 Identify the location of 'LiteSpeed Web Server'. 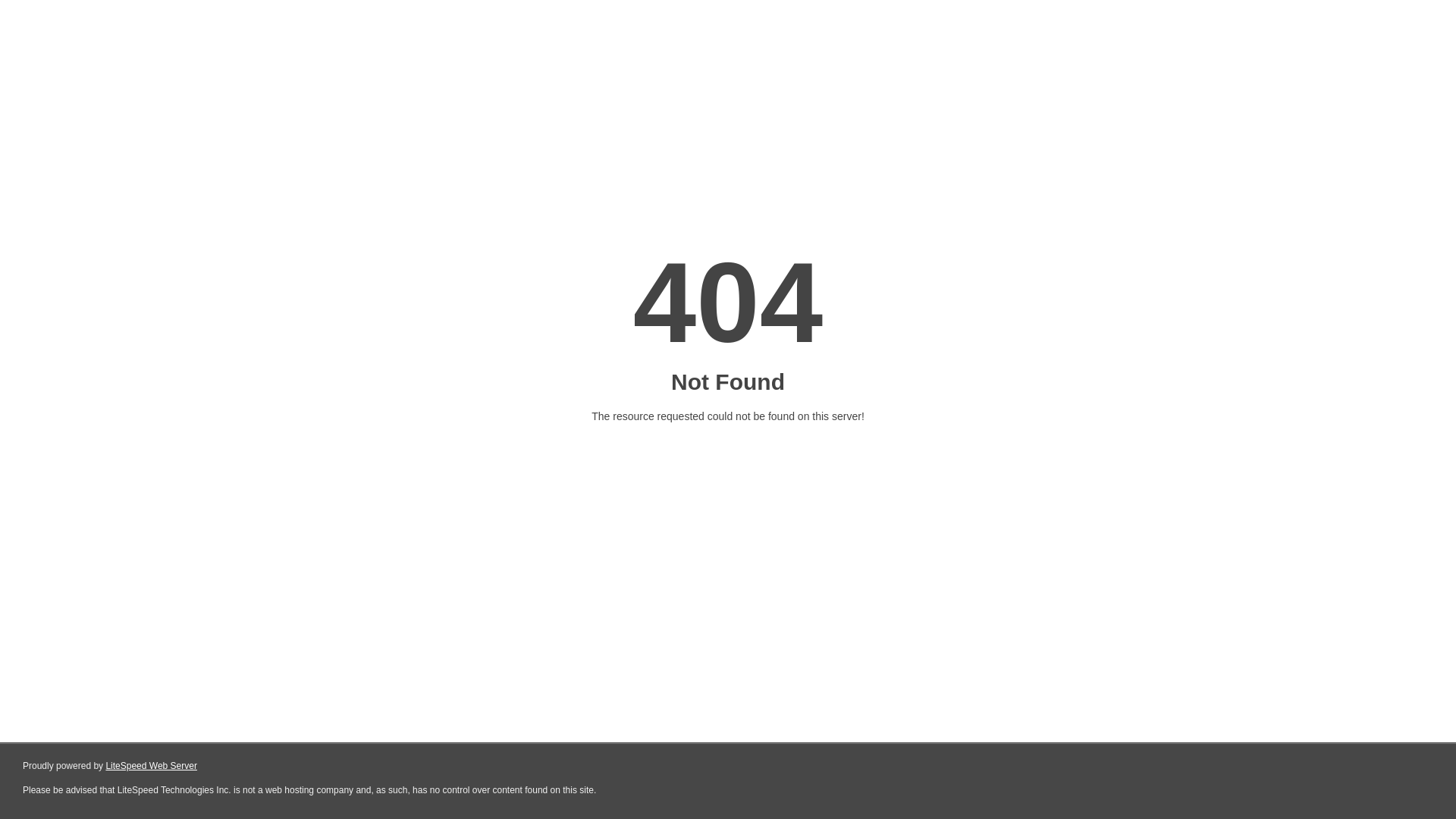
(151, 766).